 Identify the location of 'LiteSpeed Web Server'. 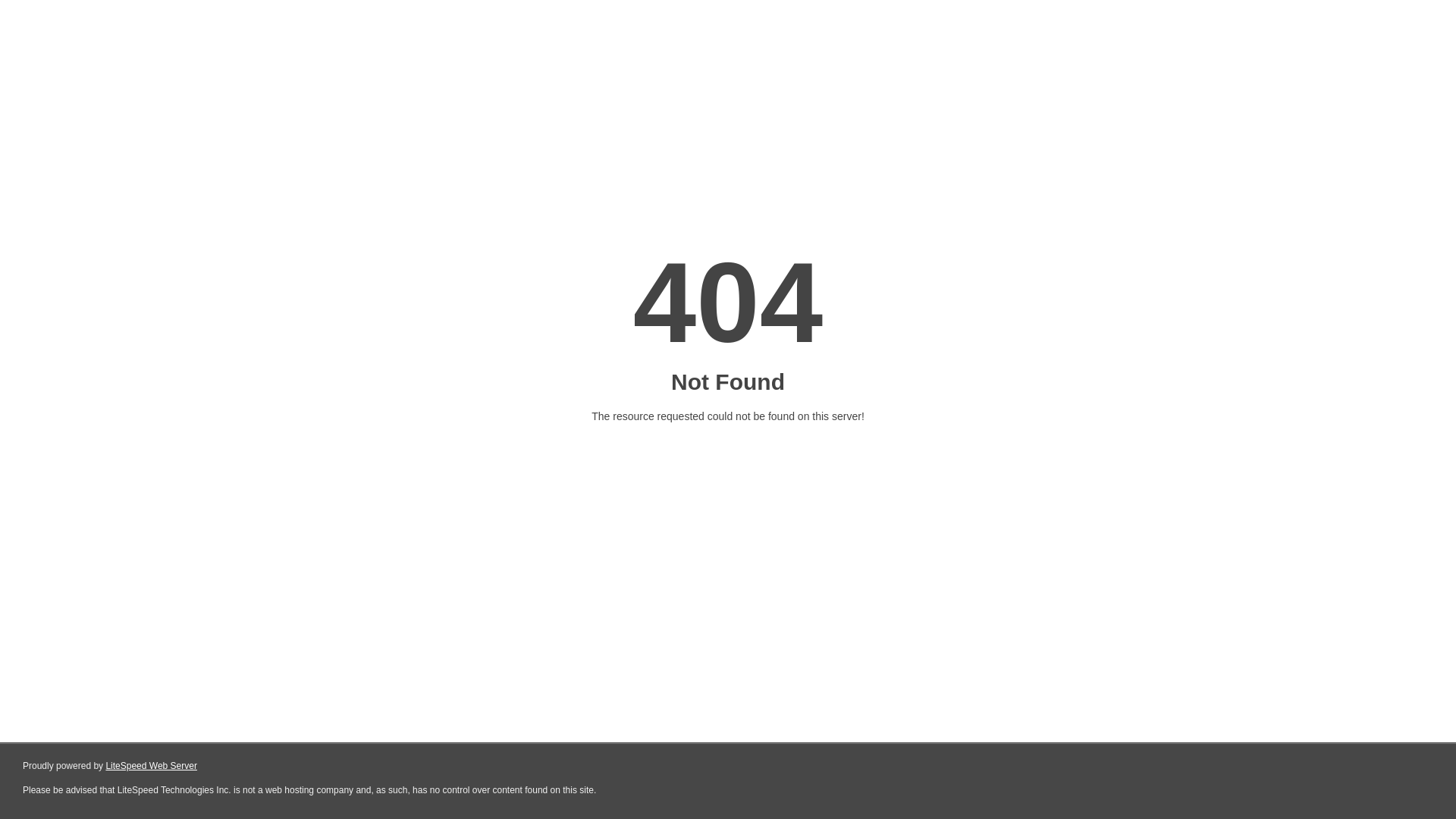
(151, 766).